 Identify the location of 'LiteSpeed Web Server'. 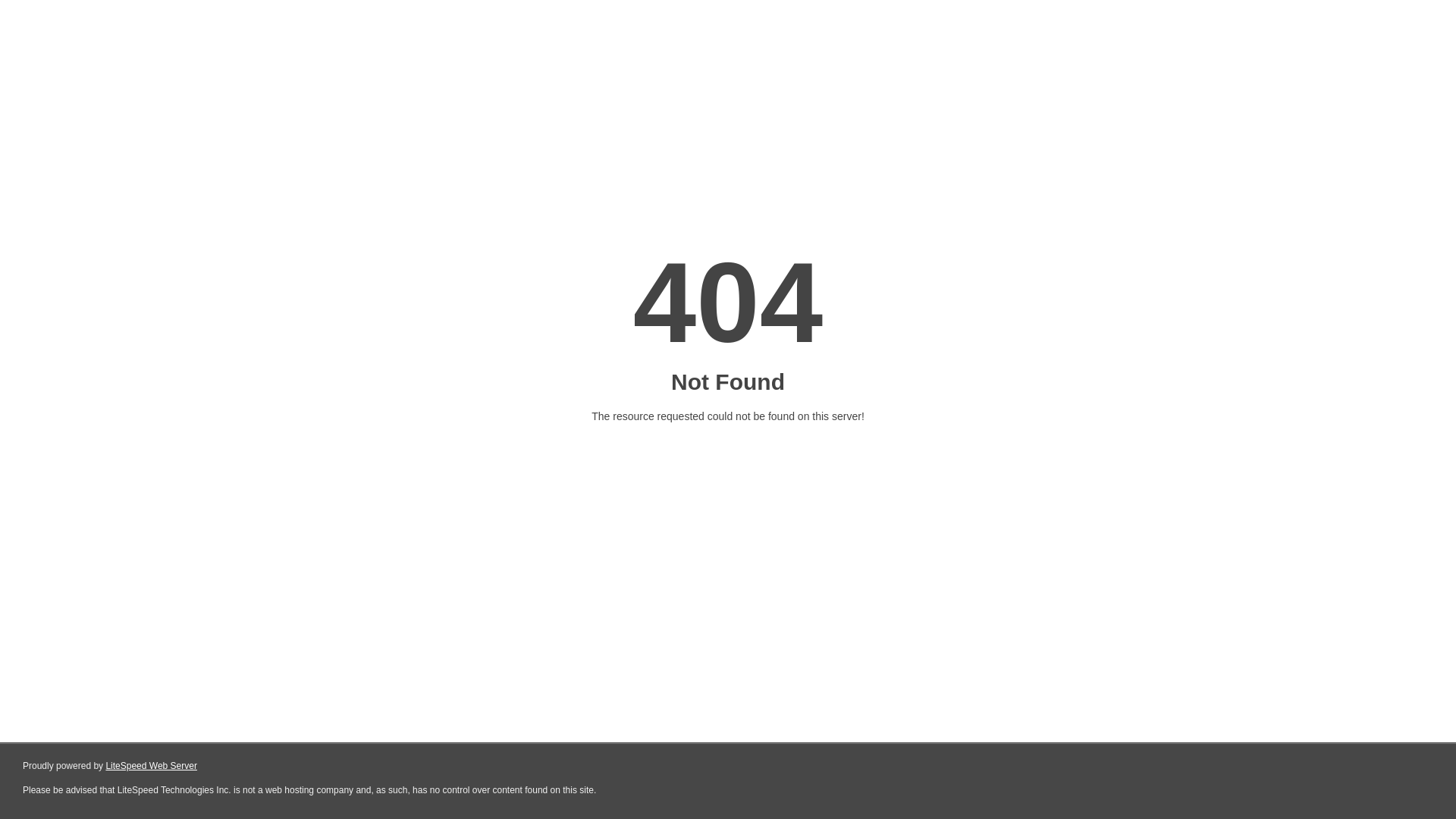
(151, 766).